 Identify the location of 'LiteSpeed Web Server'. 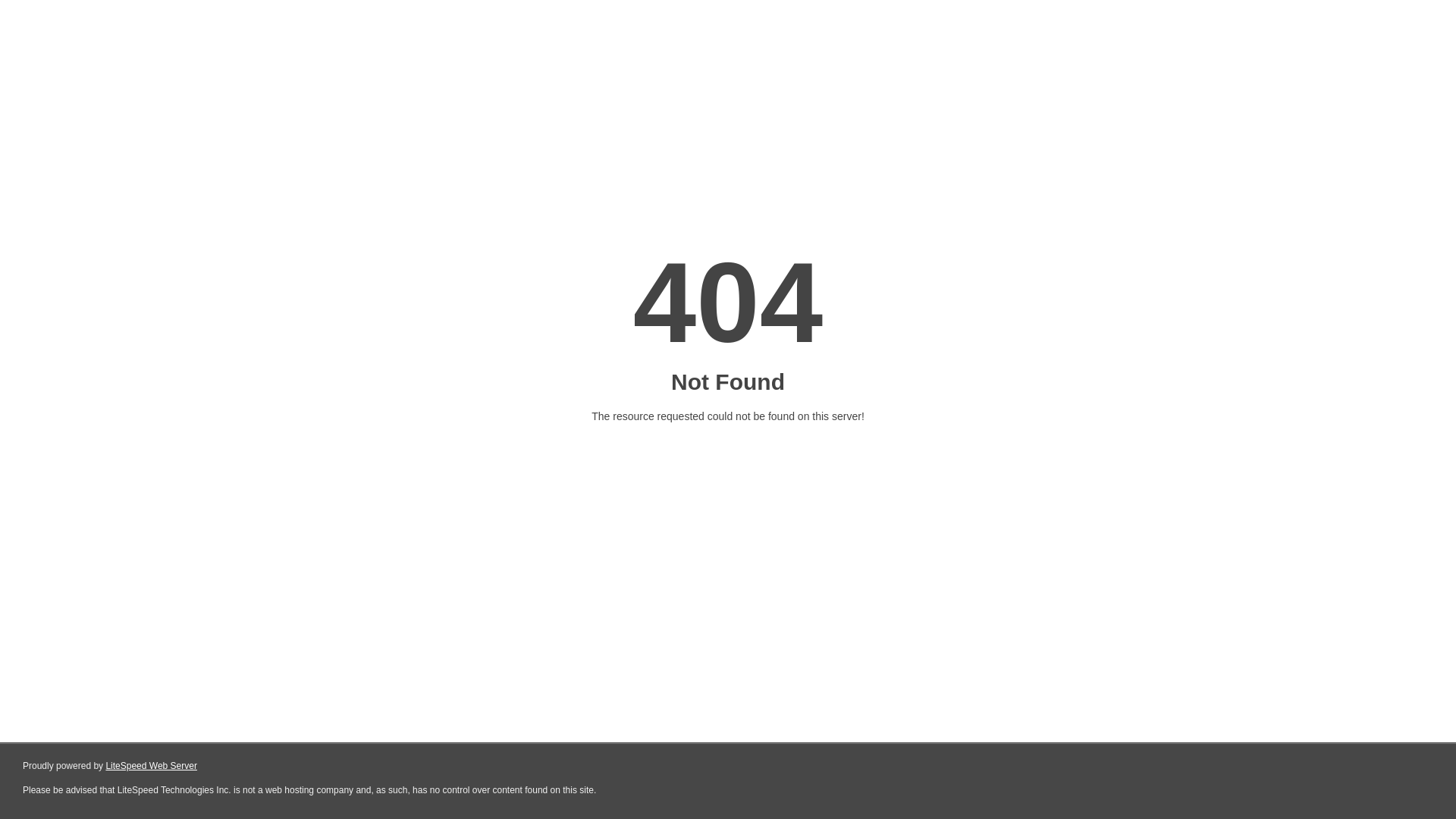
(151, 766).